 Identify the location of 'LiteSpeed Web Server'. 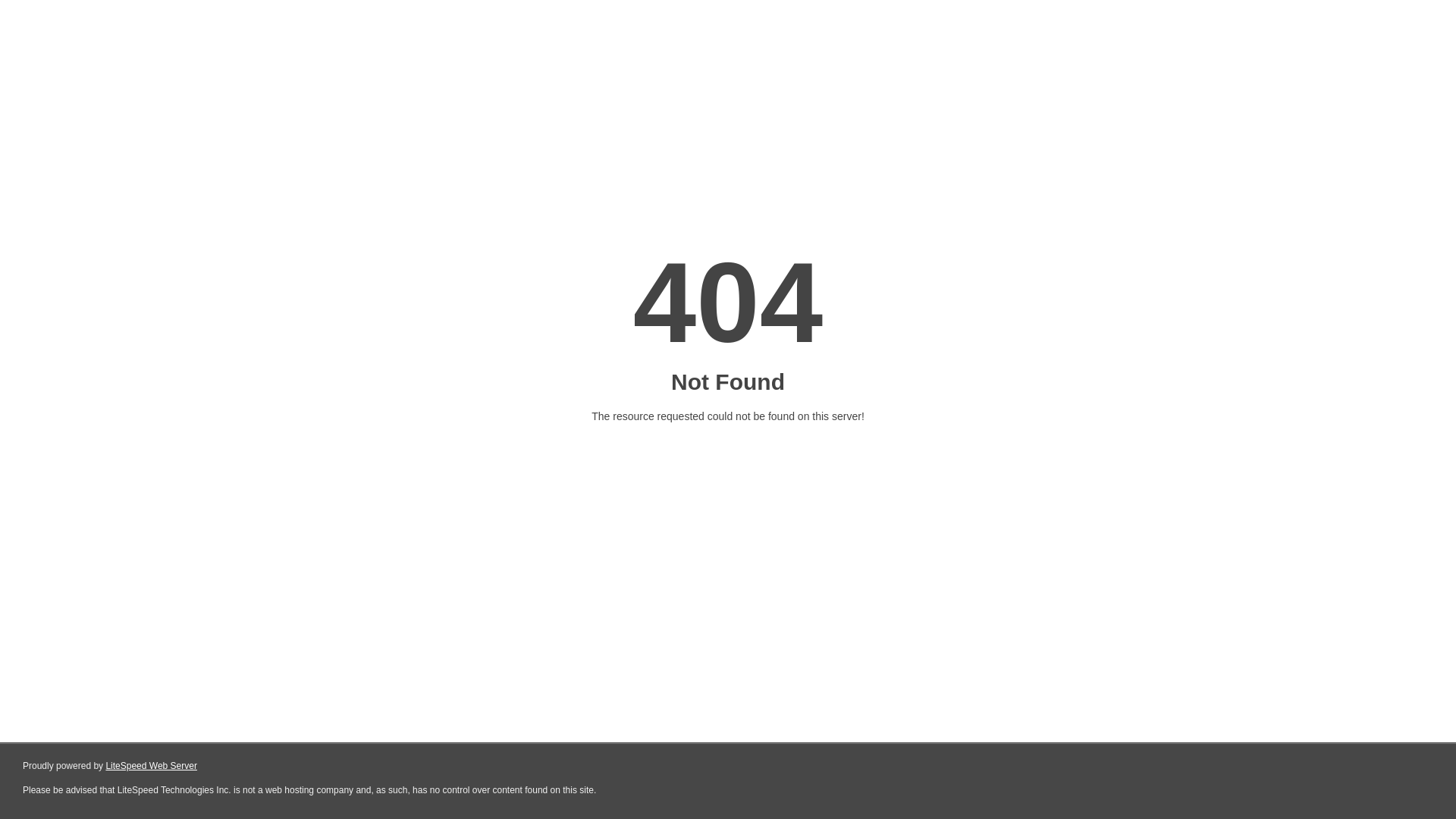
(151, 766).